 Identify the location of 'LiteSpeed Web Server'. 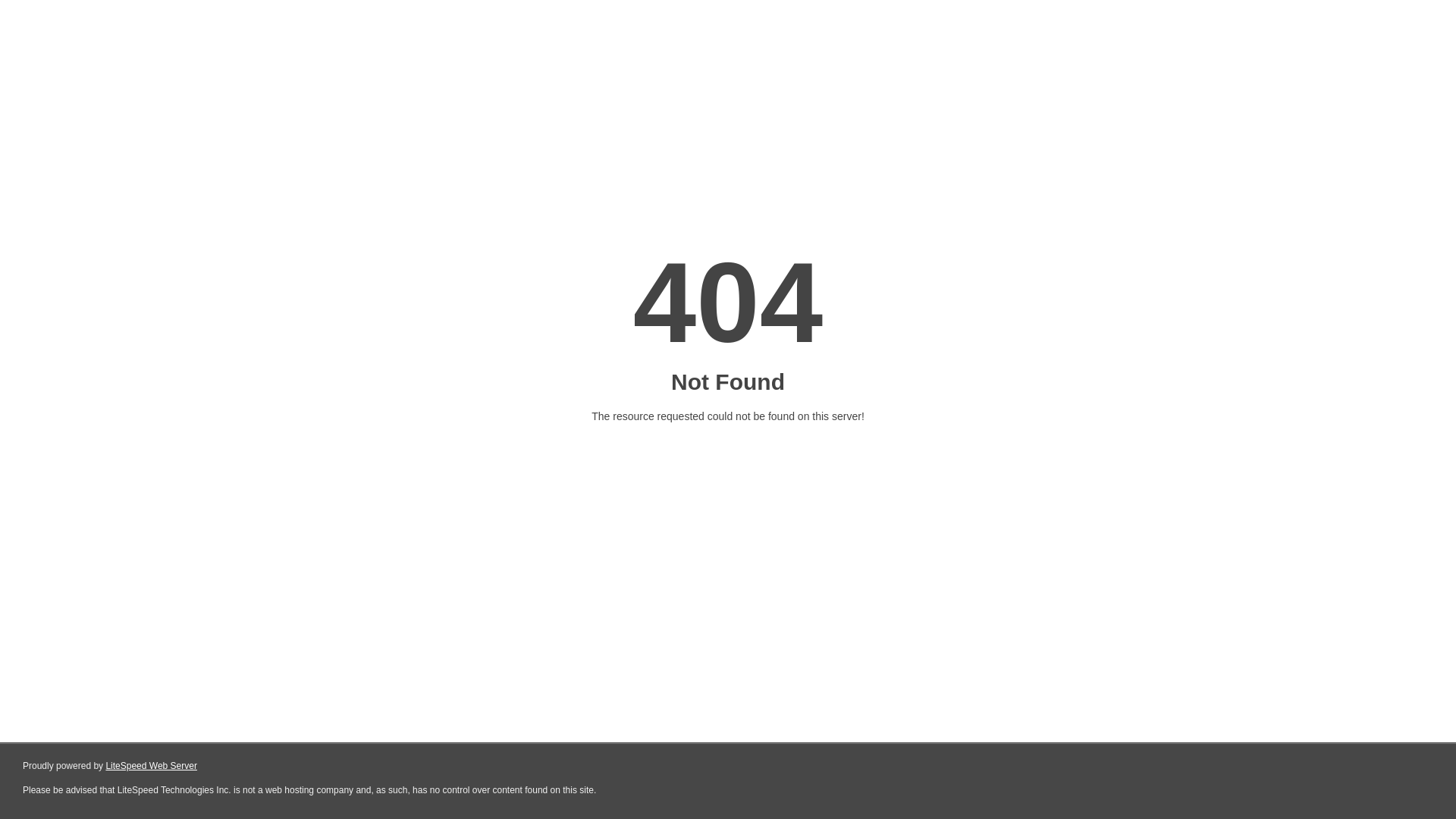
(151, 766).